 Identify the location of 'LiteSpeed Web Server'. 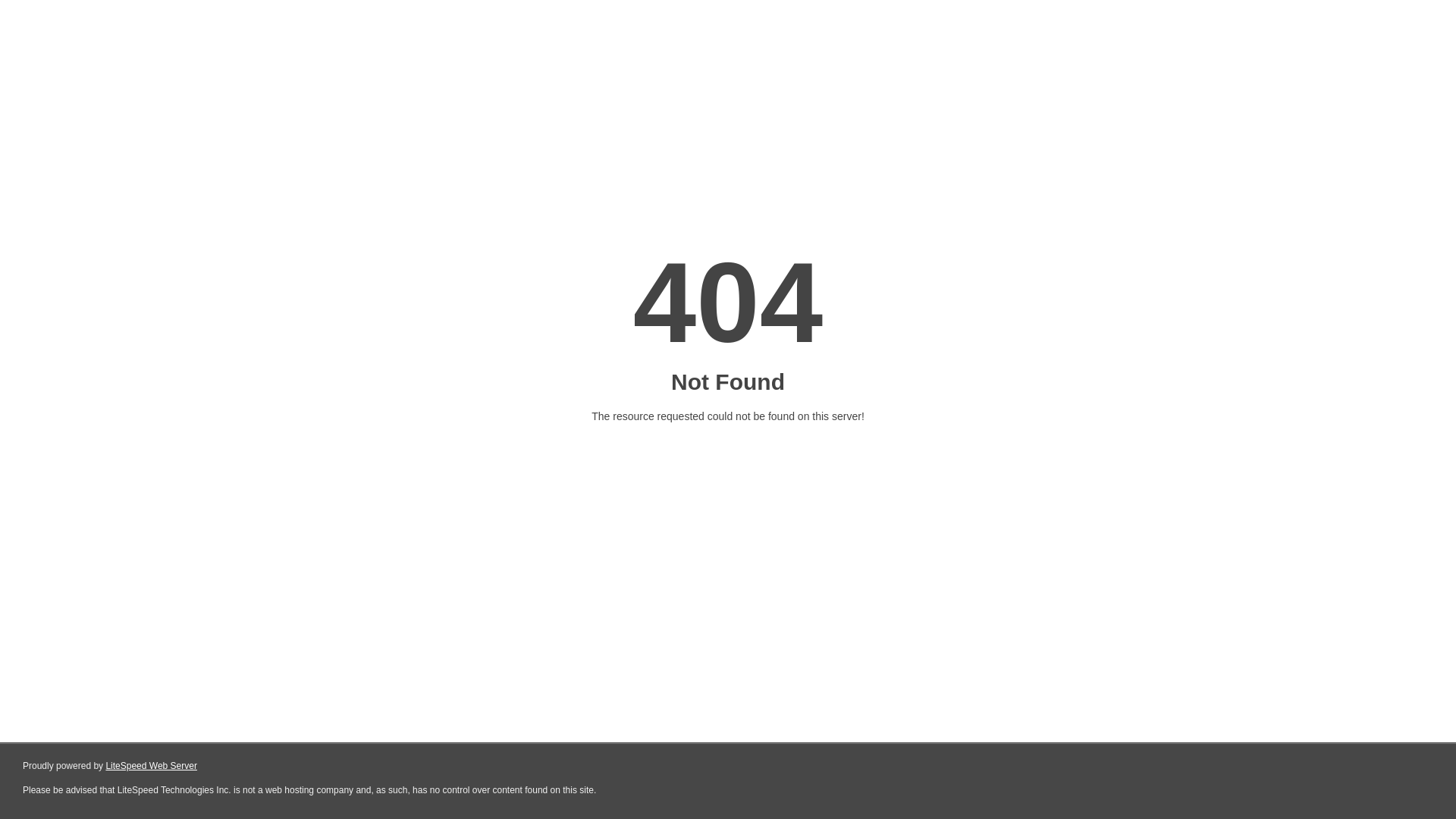
(151, 766).